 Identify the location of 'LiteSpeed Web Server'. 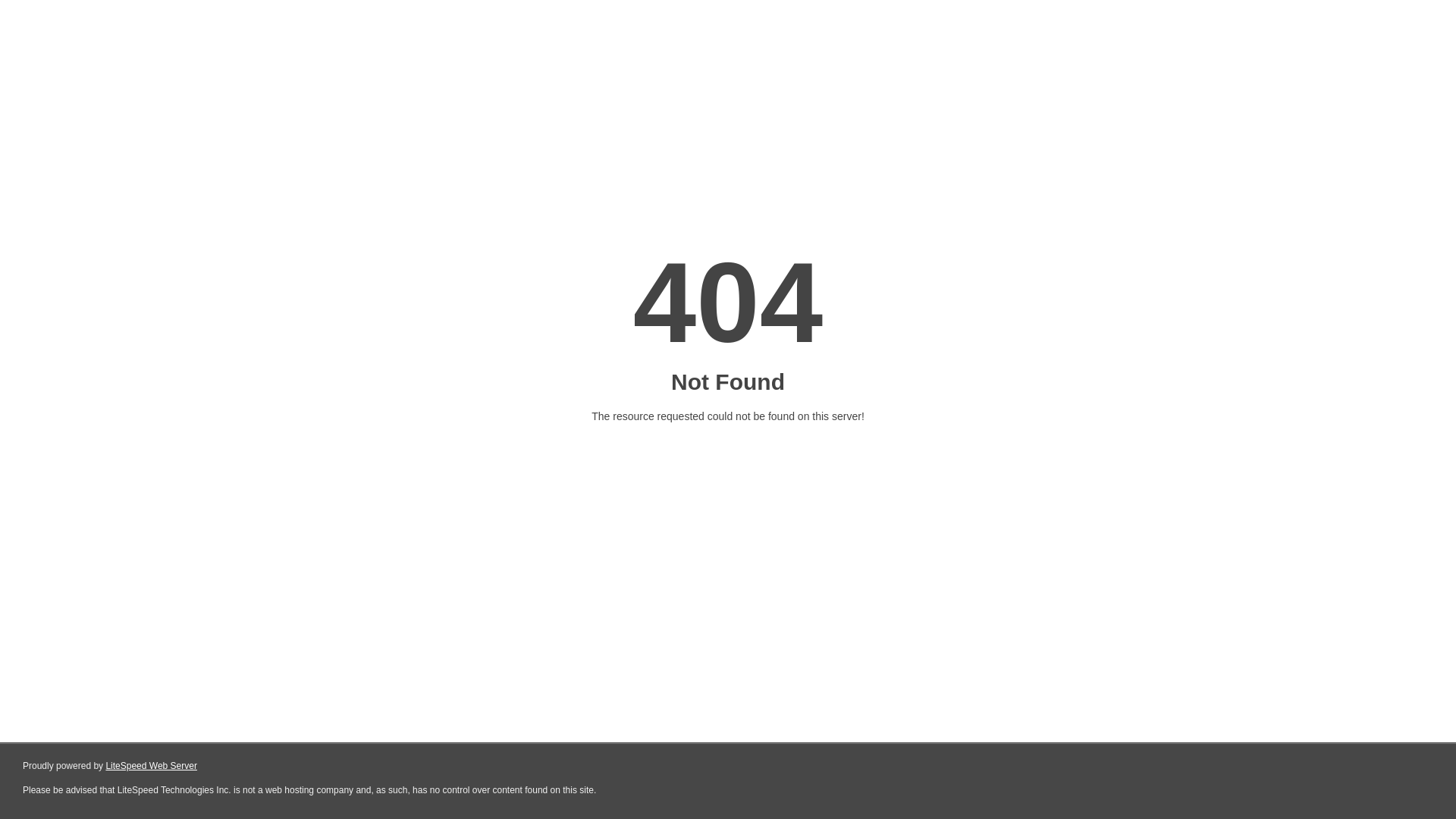
(151, 766).